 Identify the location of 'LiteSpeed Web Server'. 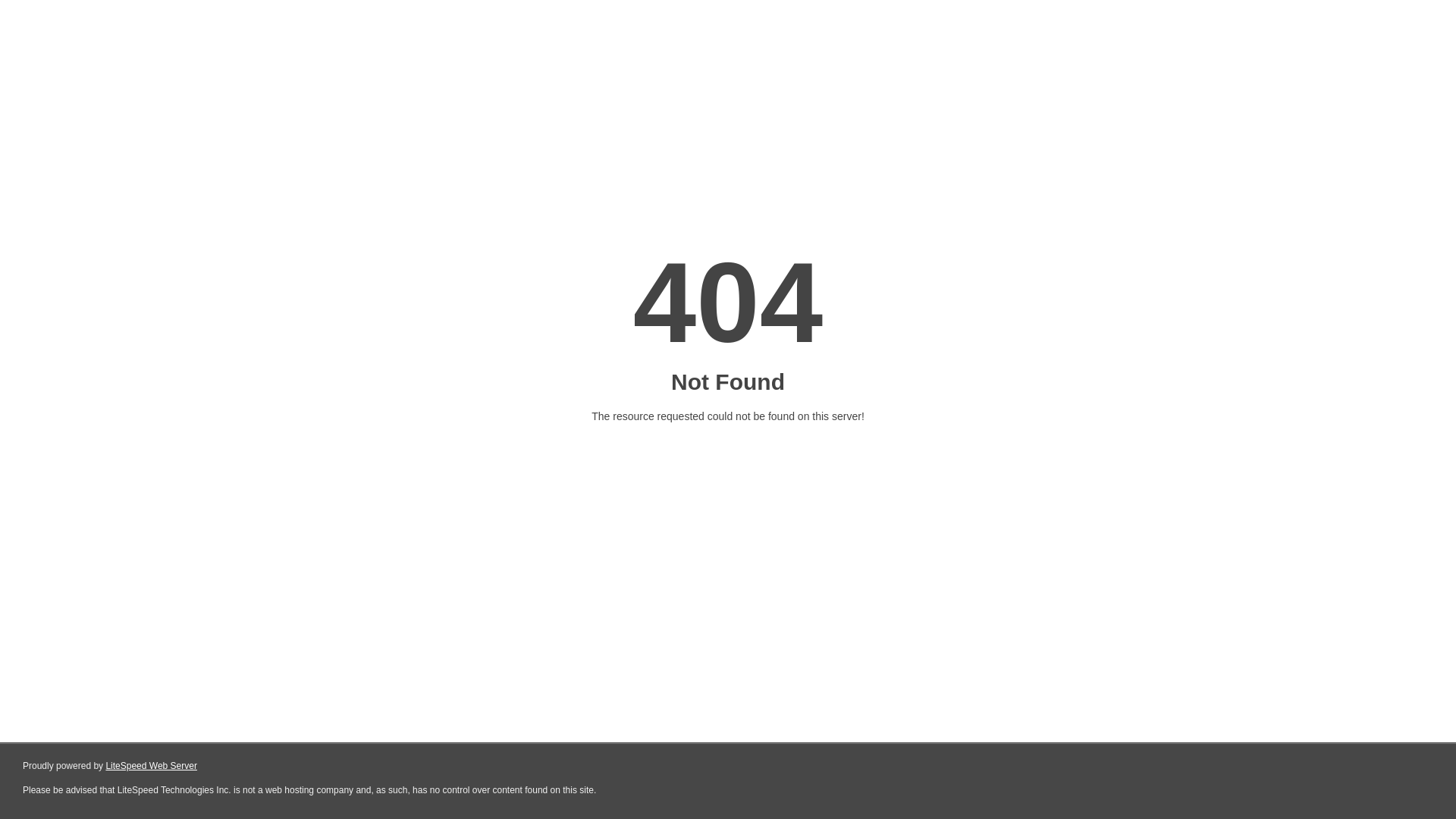
(151, 766).